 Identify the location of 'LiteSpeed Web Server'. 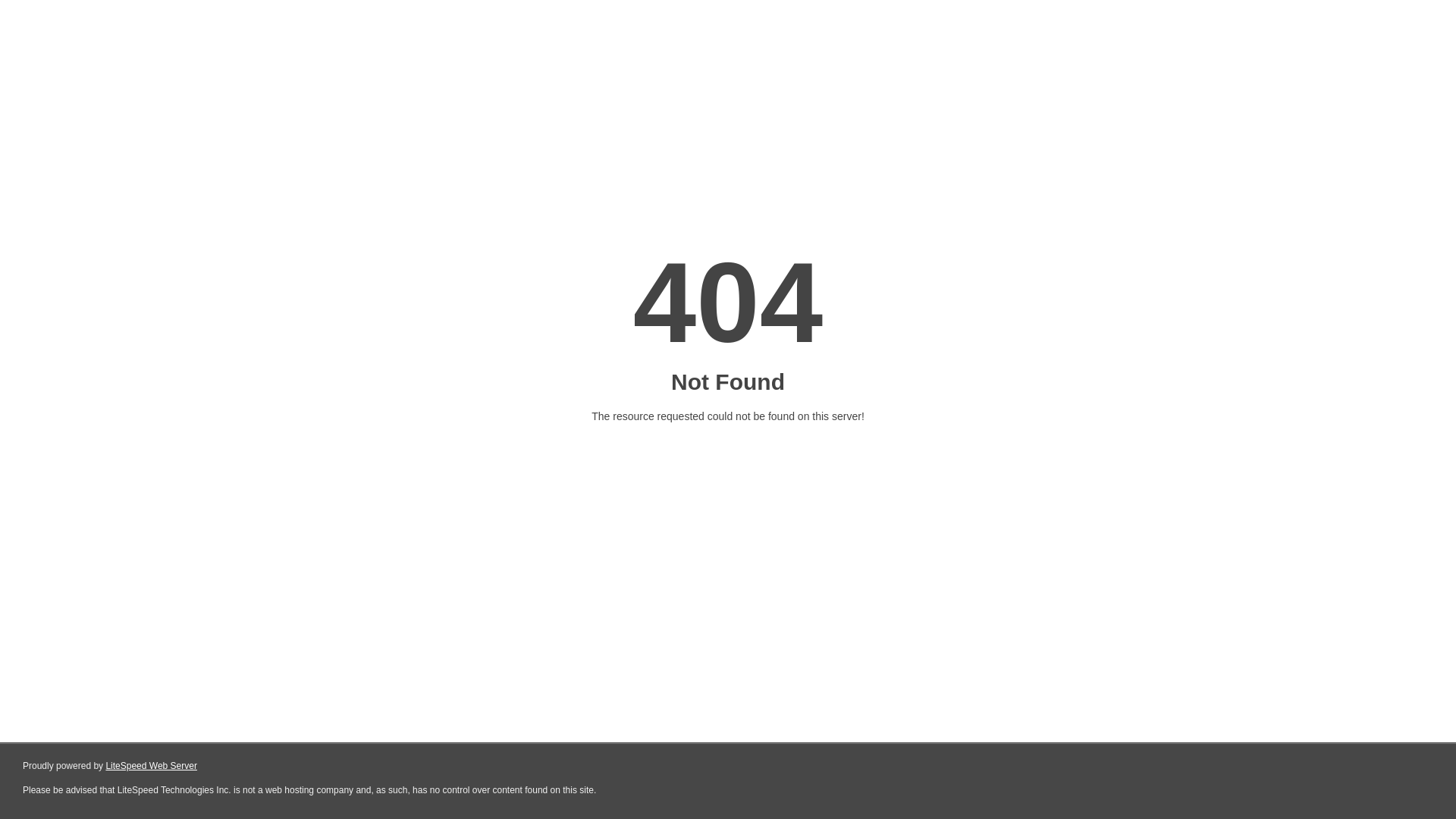
(151, 766).